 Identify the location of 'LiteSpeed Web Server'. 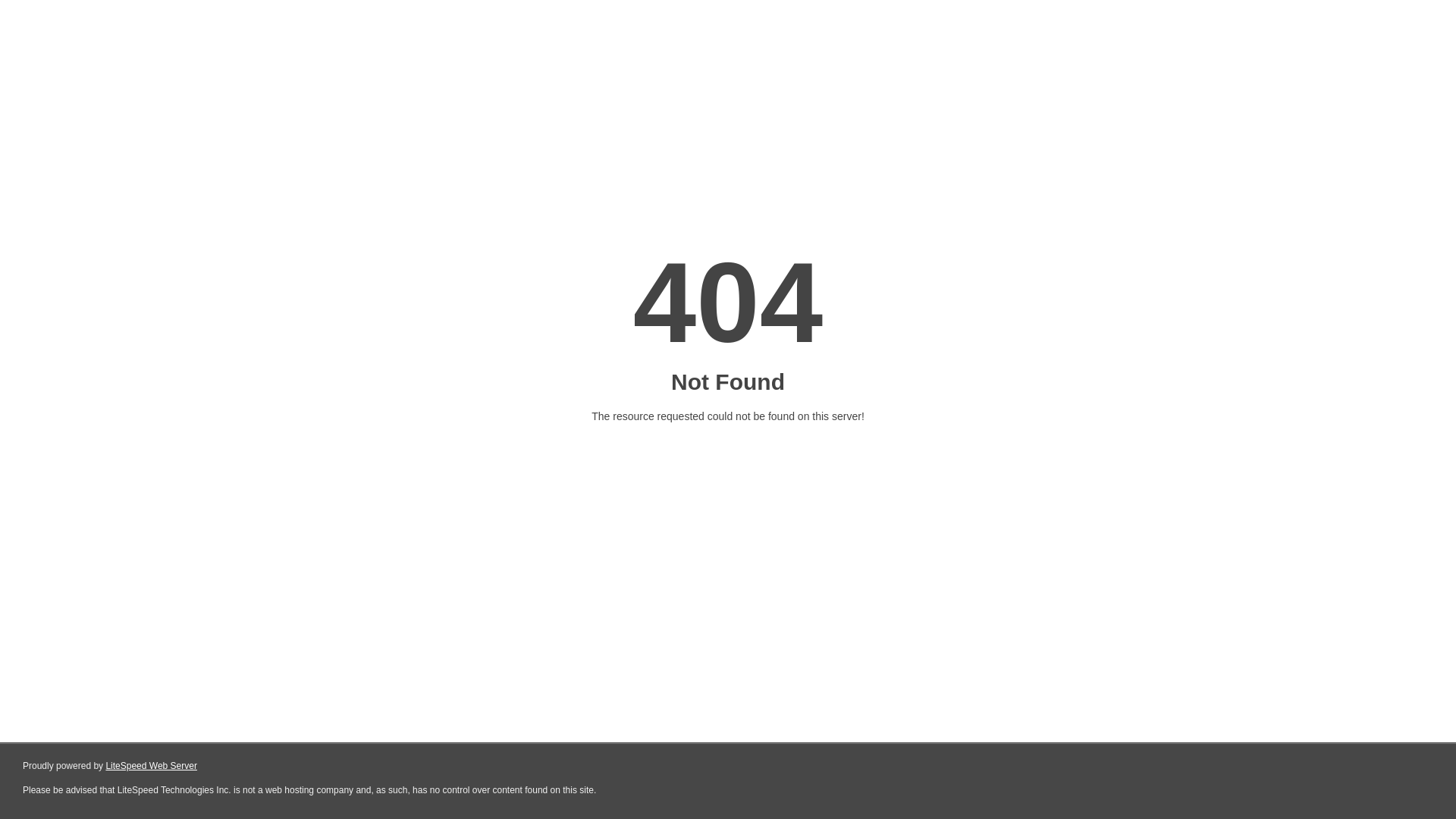
(151, 766).